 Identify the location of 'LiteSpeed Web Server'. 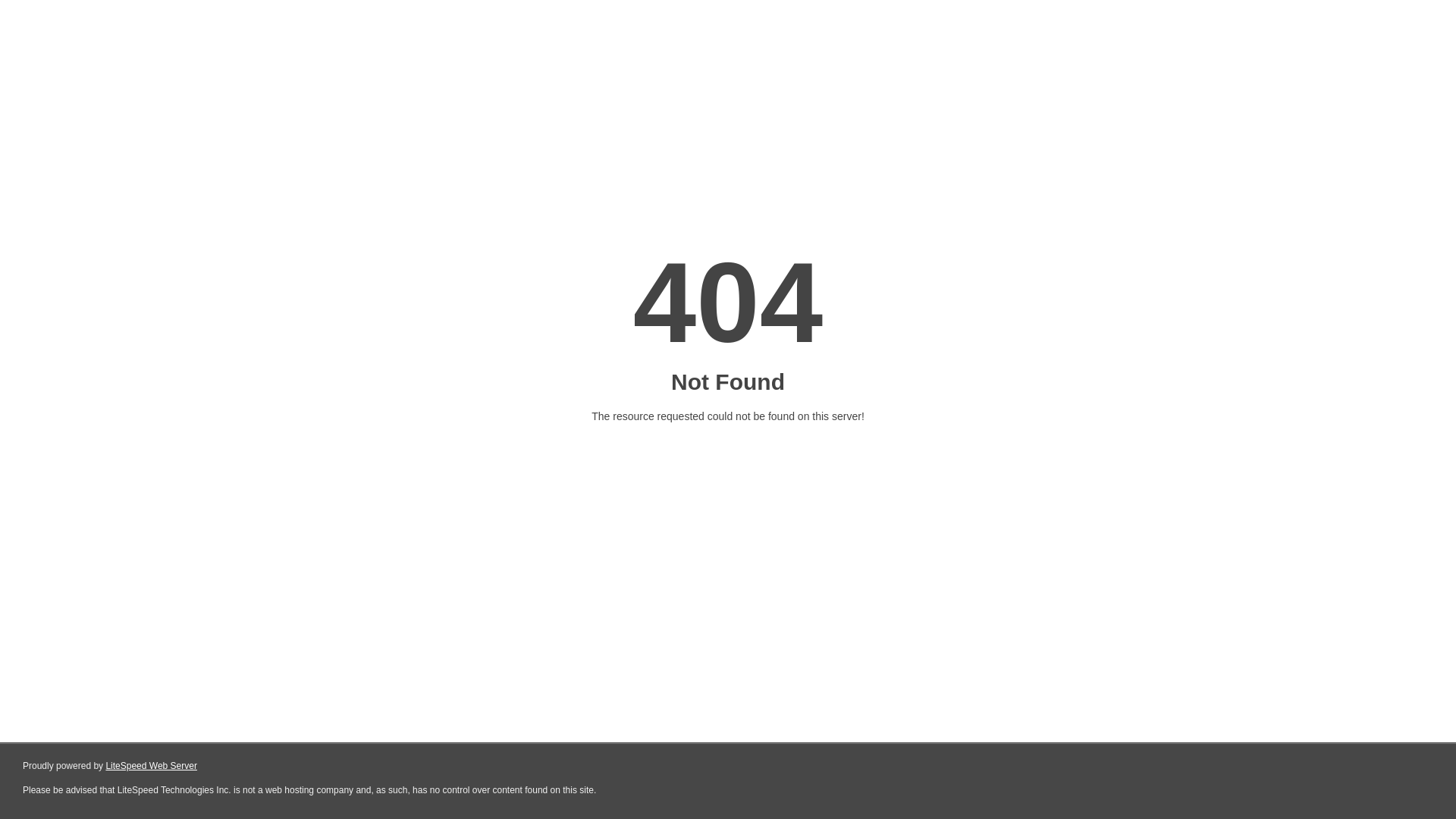
(151, 766).